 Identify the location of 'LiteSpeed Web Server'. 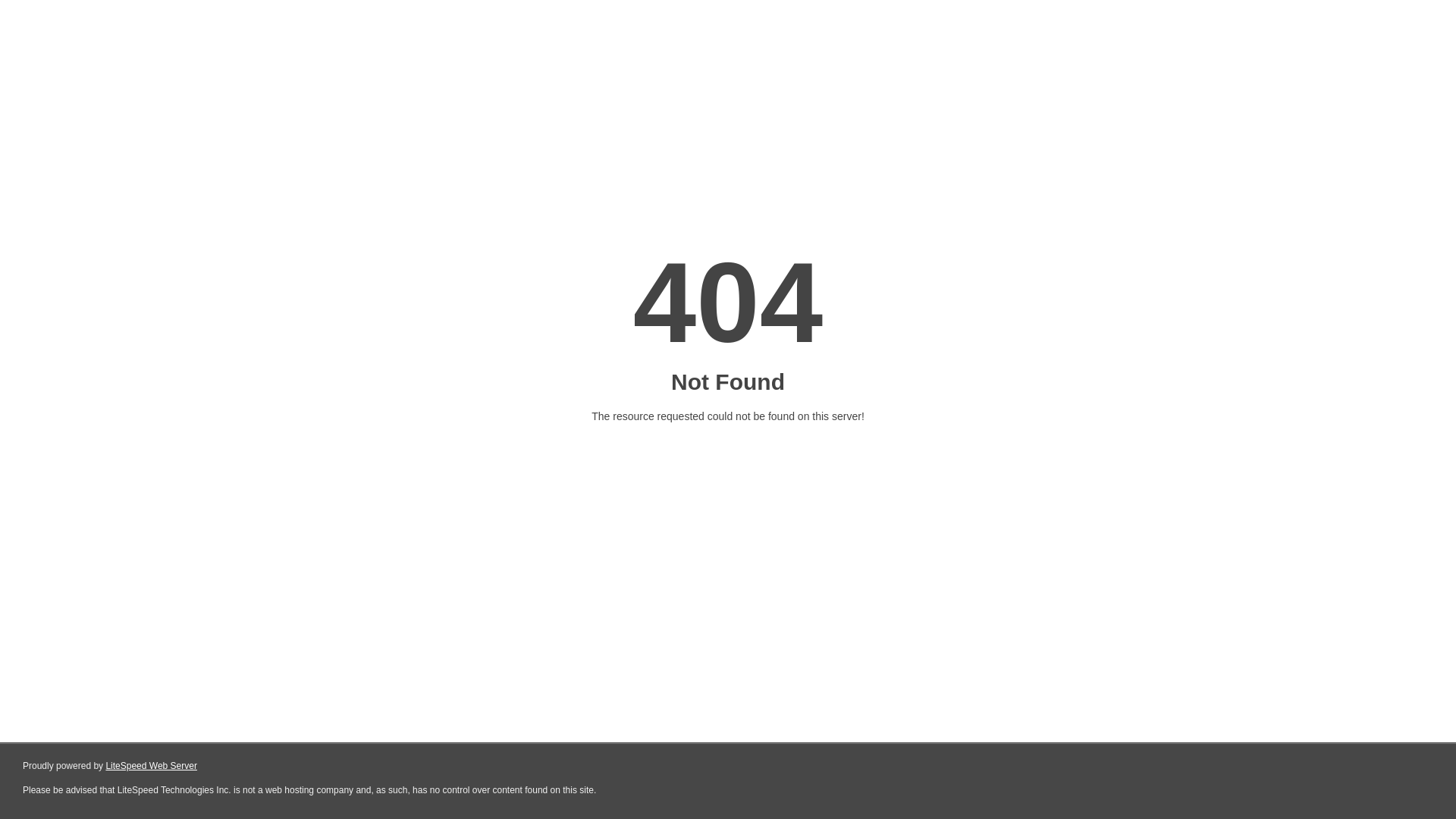
(151, 766).